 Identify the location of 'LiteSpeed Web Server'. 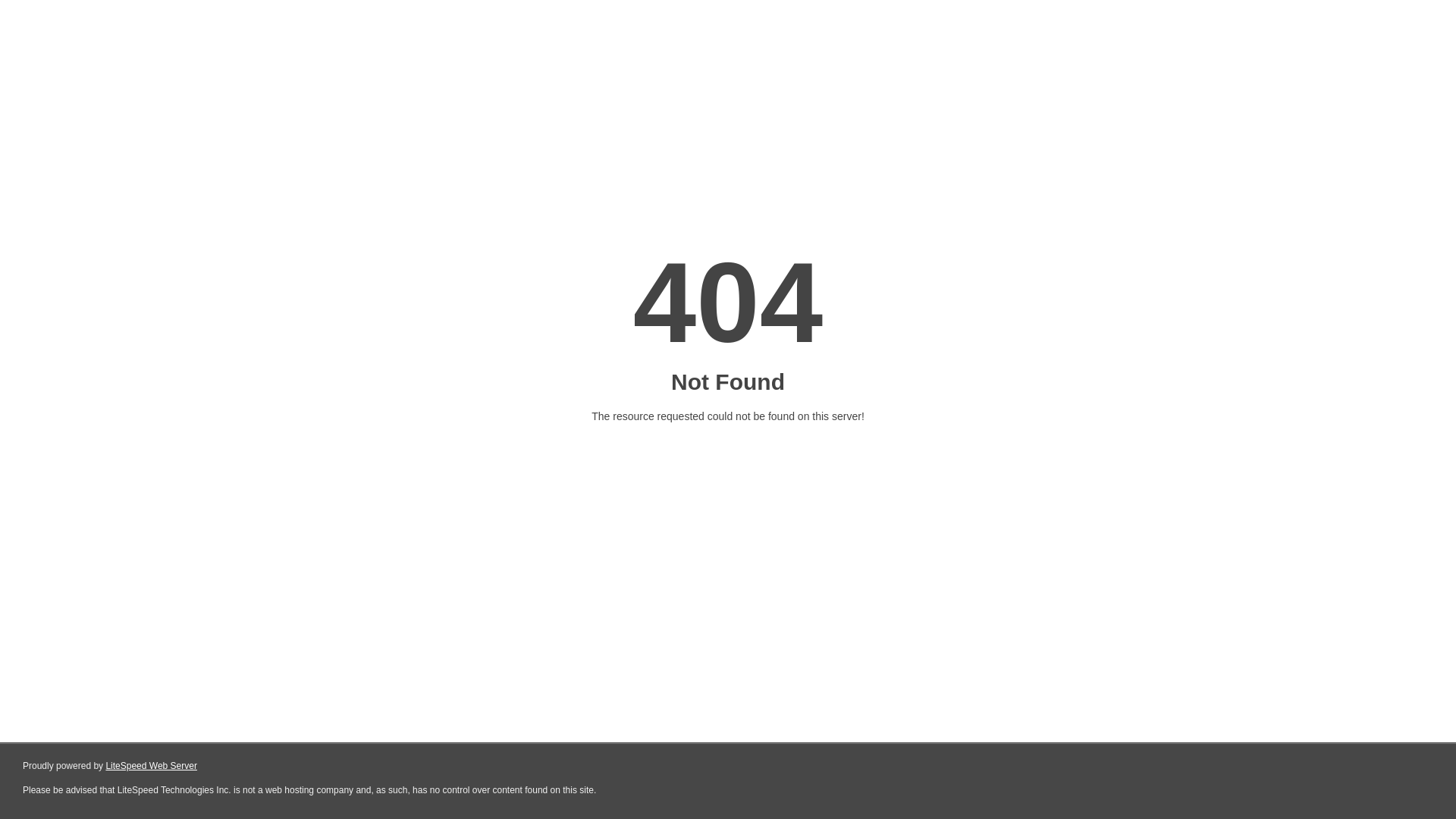
(151, 766).